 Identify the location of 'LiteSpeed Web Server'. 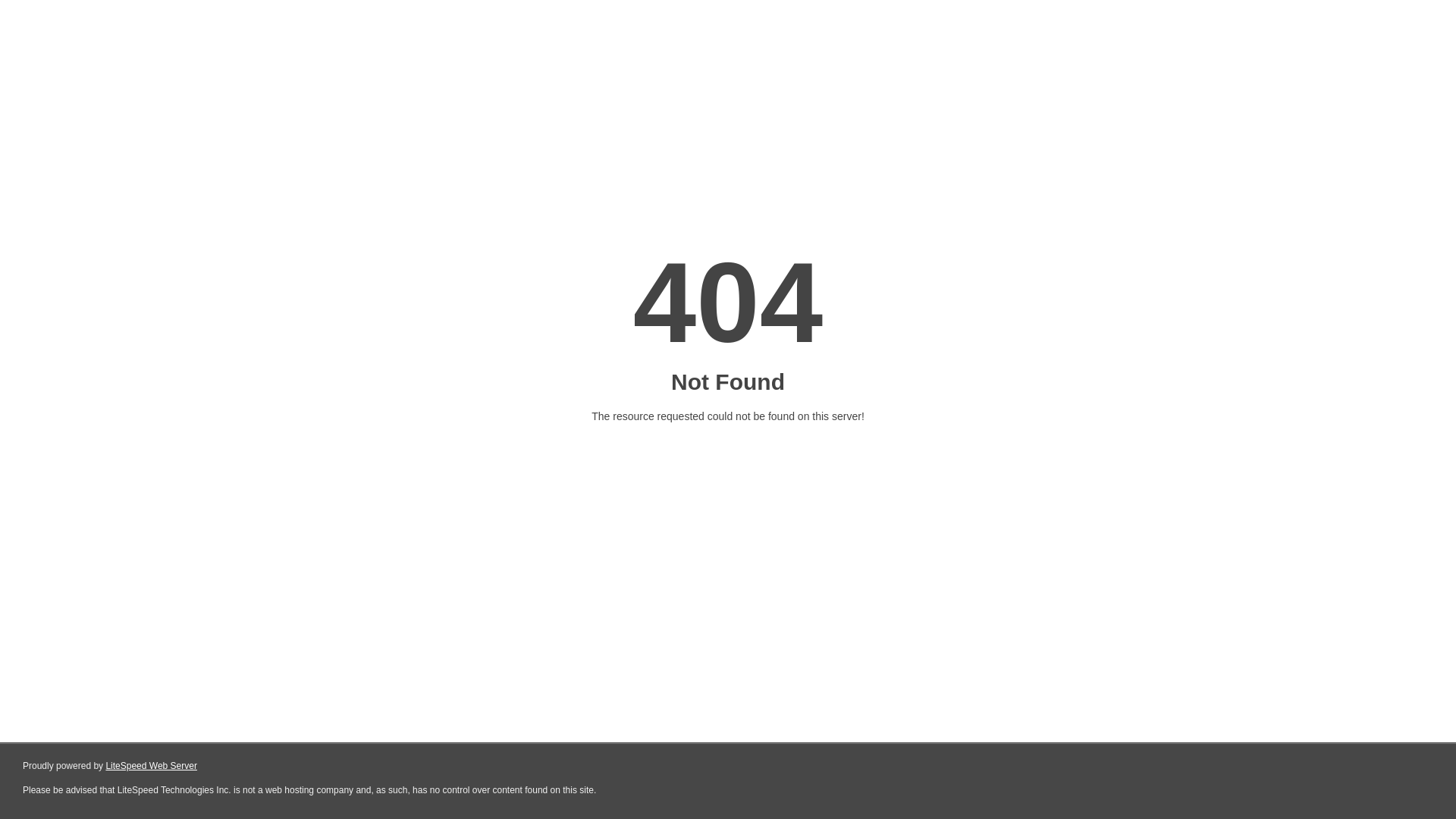
(151, 766).